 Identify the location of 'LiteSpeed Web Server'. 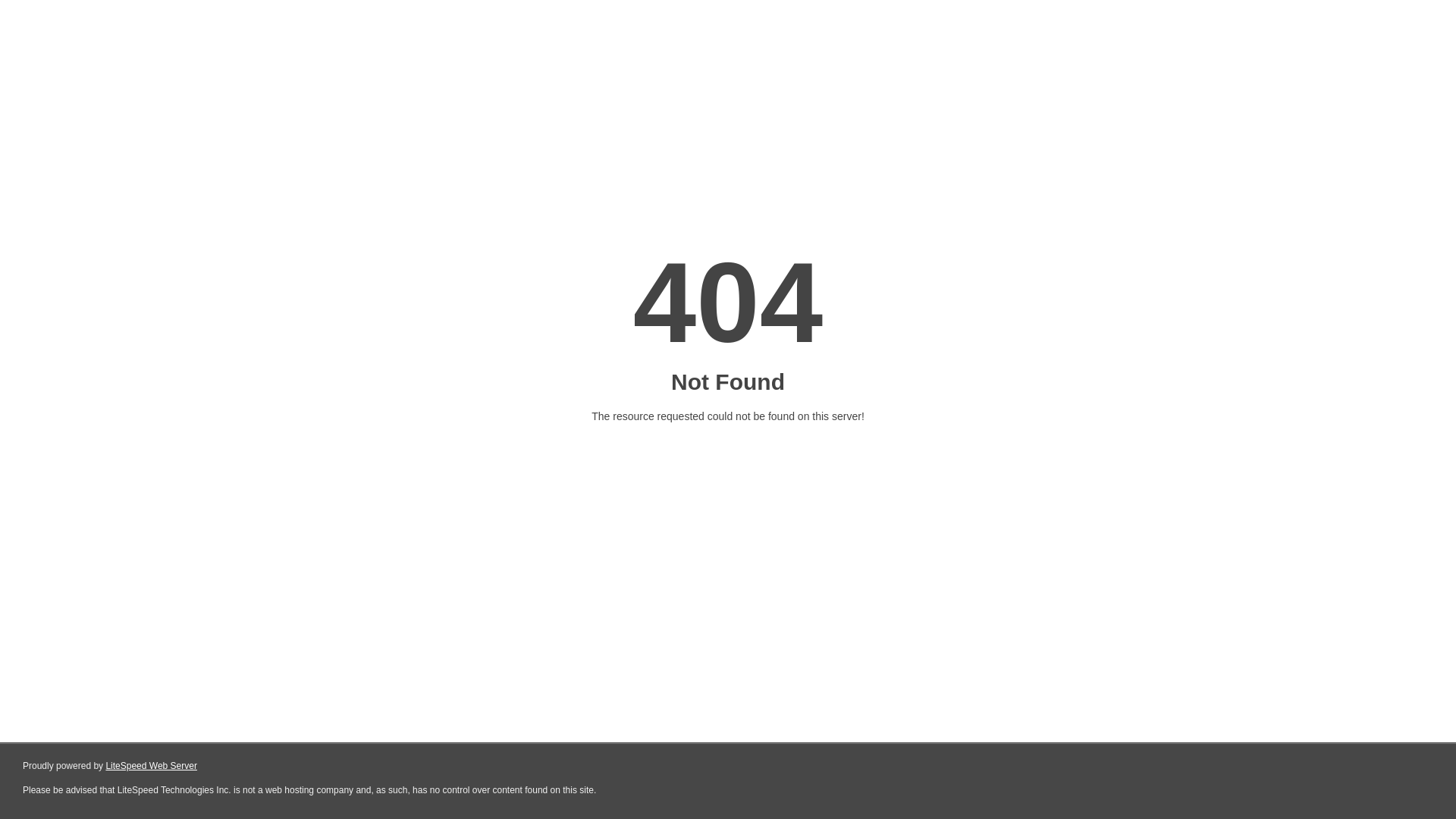
(151, 766).